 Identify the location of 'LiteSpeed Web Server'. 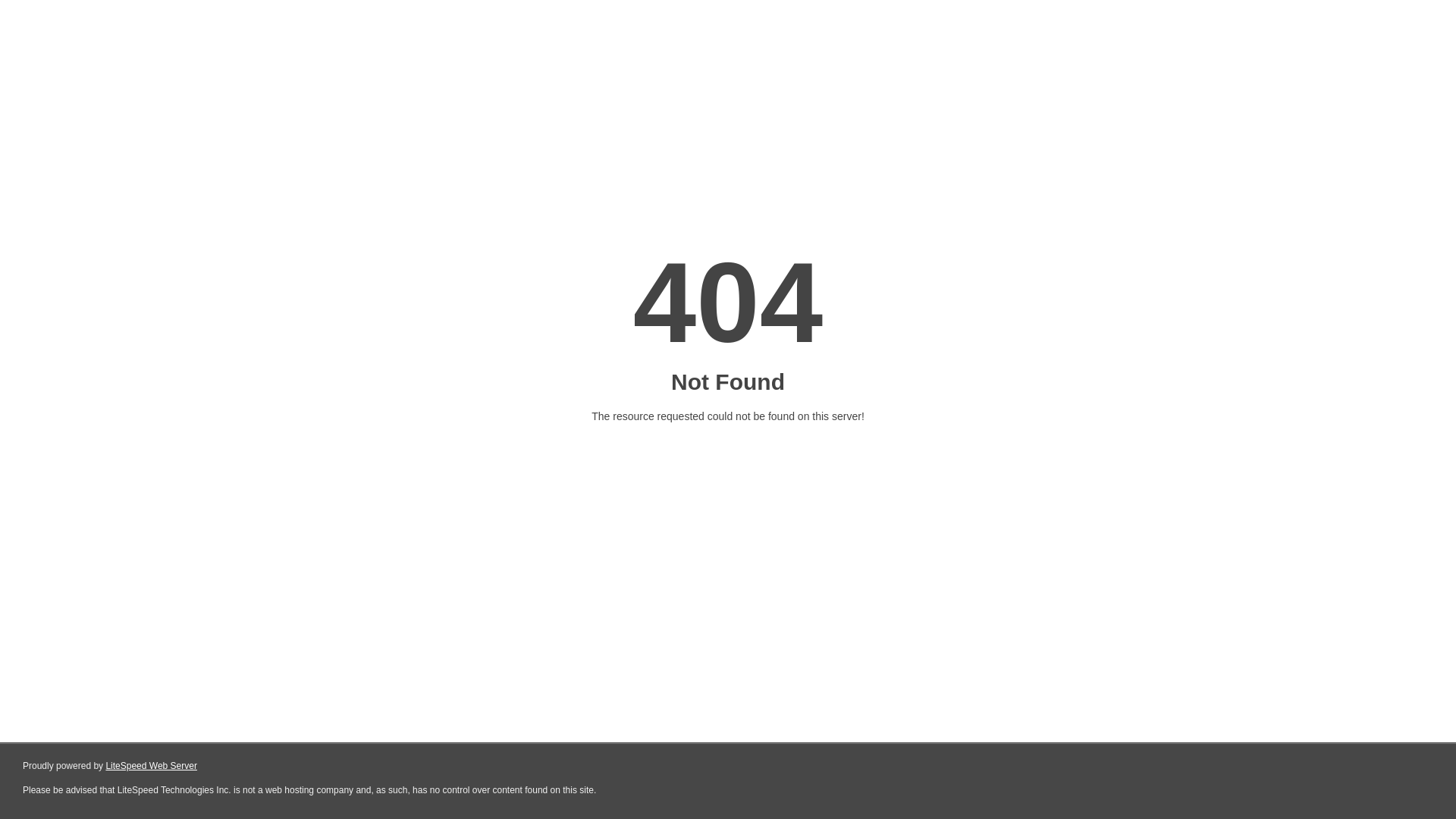
(151, 766).